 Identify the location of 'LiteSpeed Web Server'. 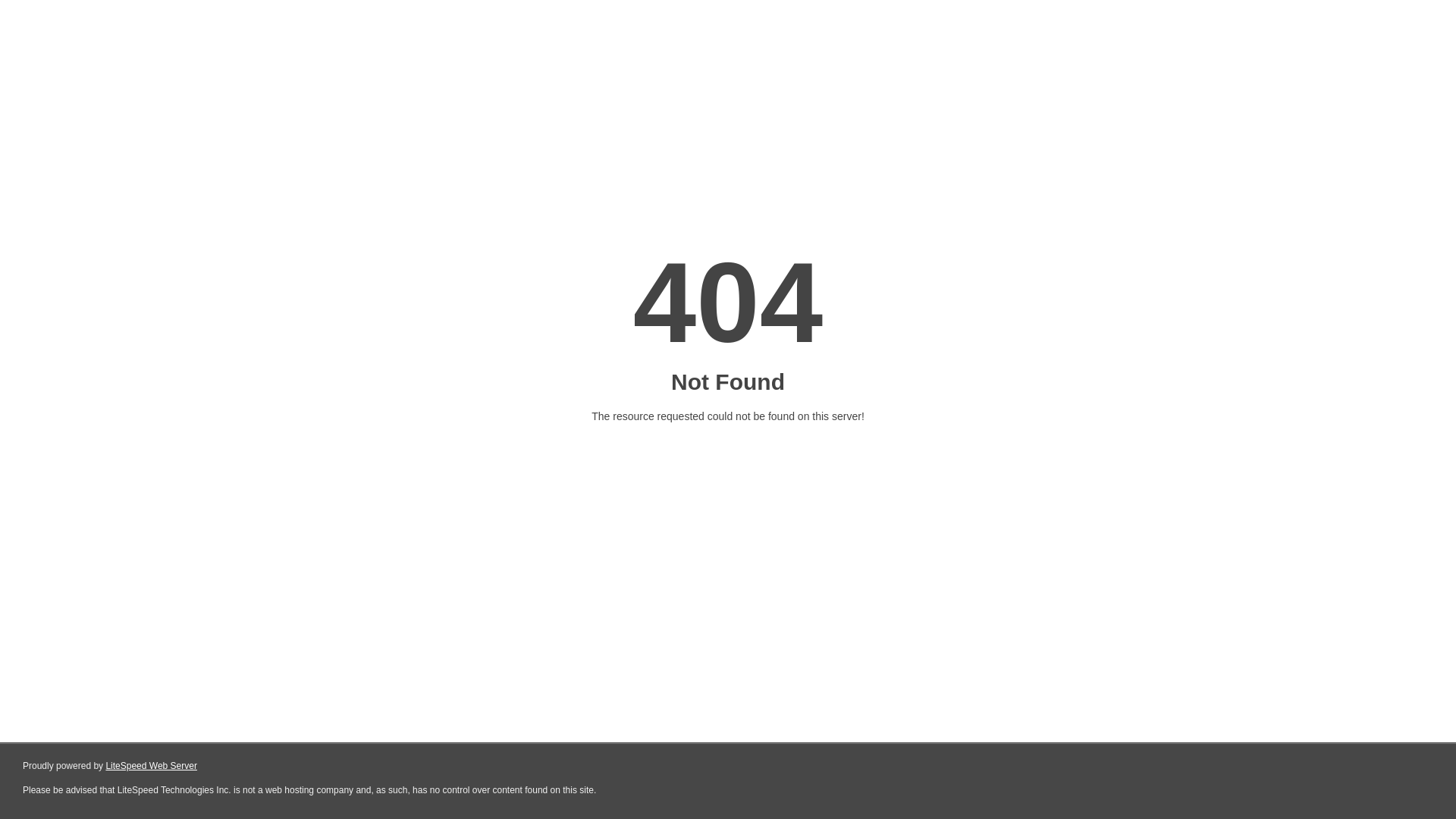
(151, 766).